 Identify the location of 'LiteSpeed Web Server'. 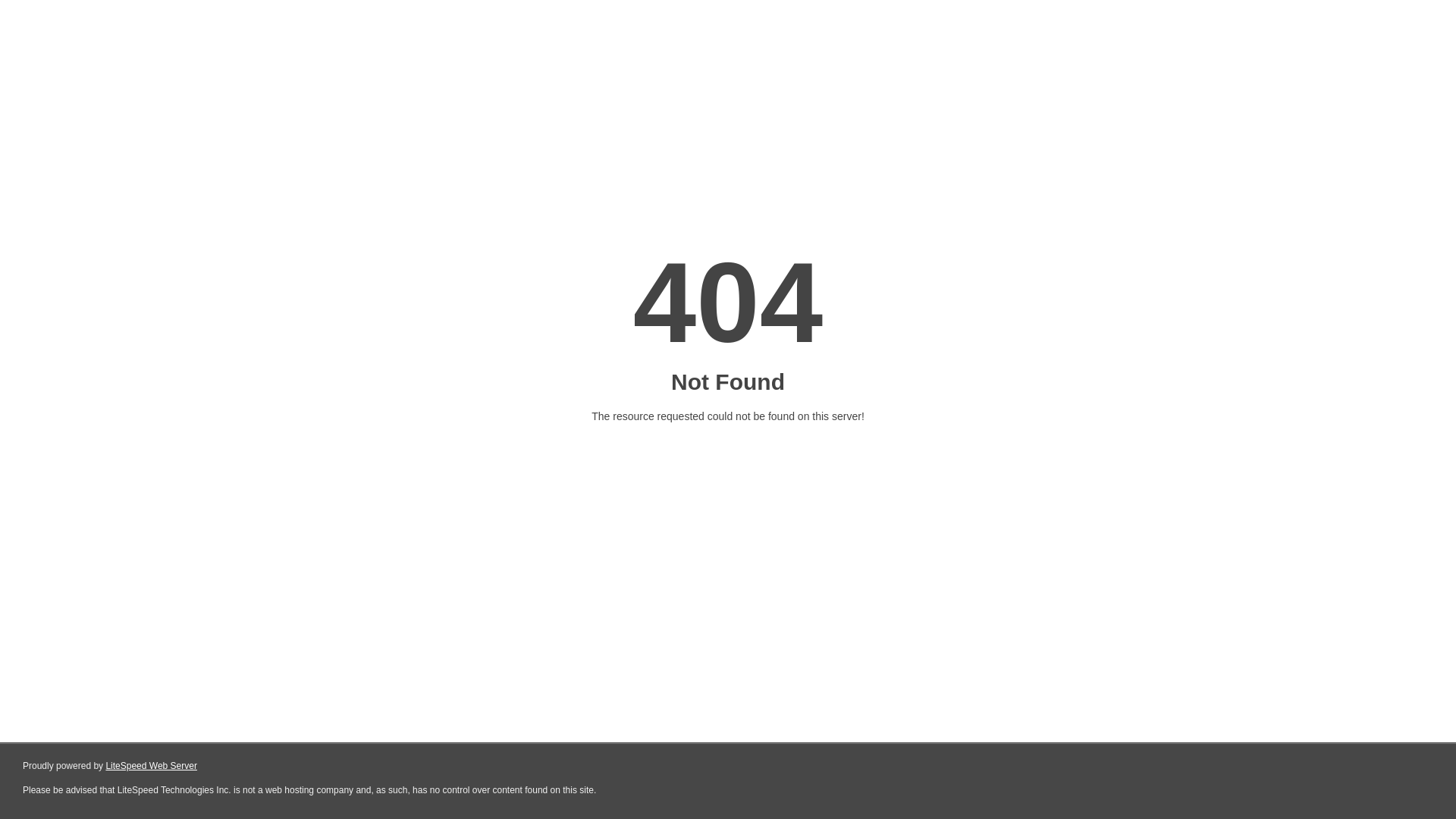
(151, 766).